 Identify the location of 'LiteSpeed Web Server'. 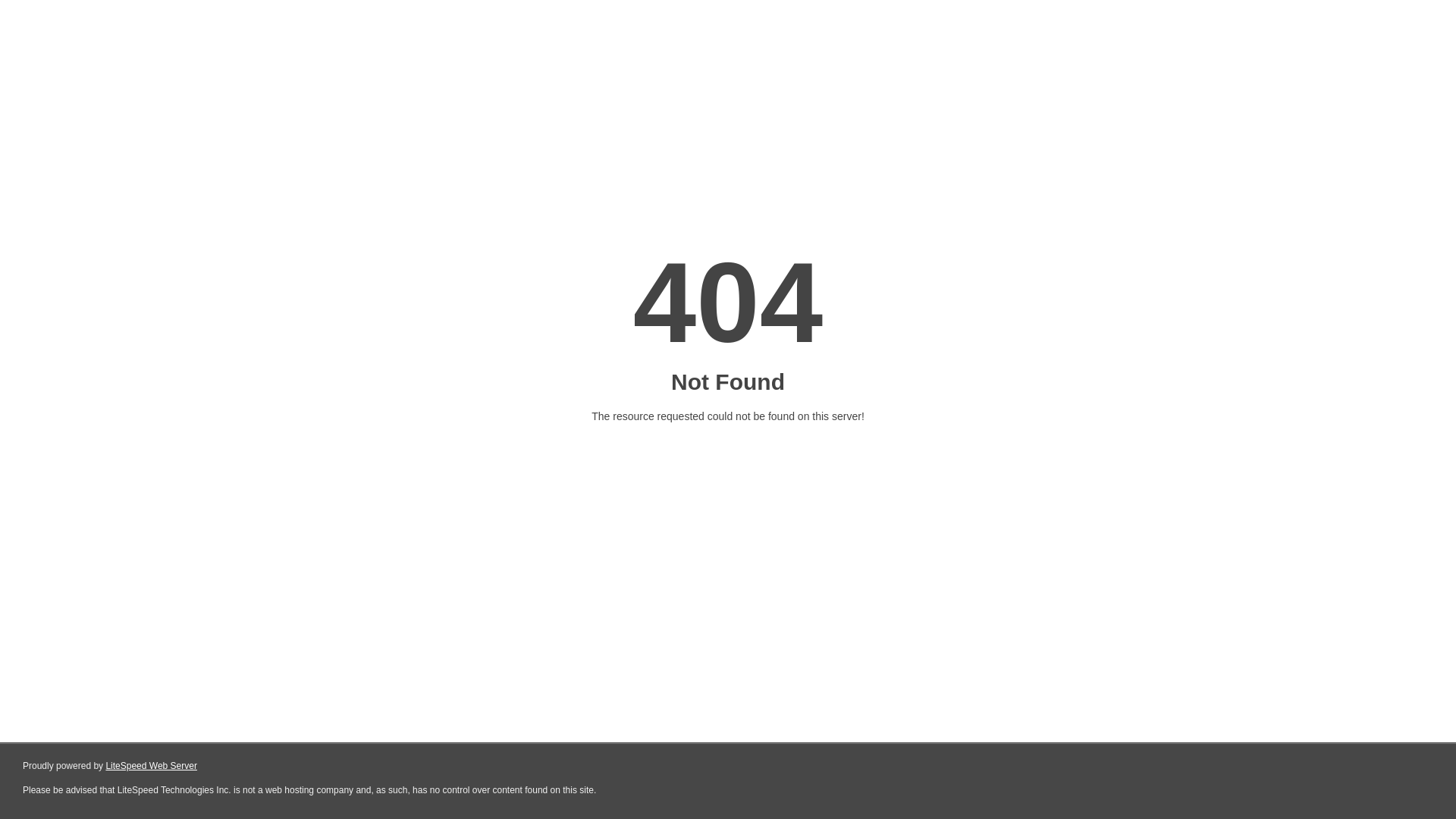
(151, 766).